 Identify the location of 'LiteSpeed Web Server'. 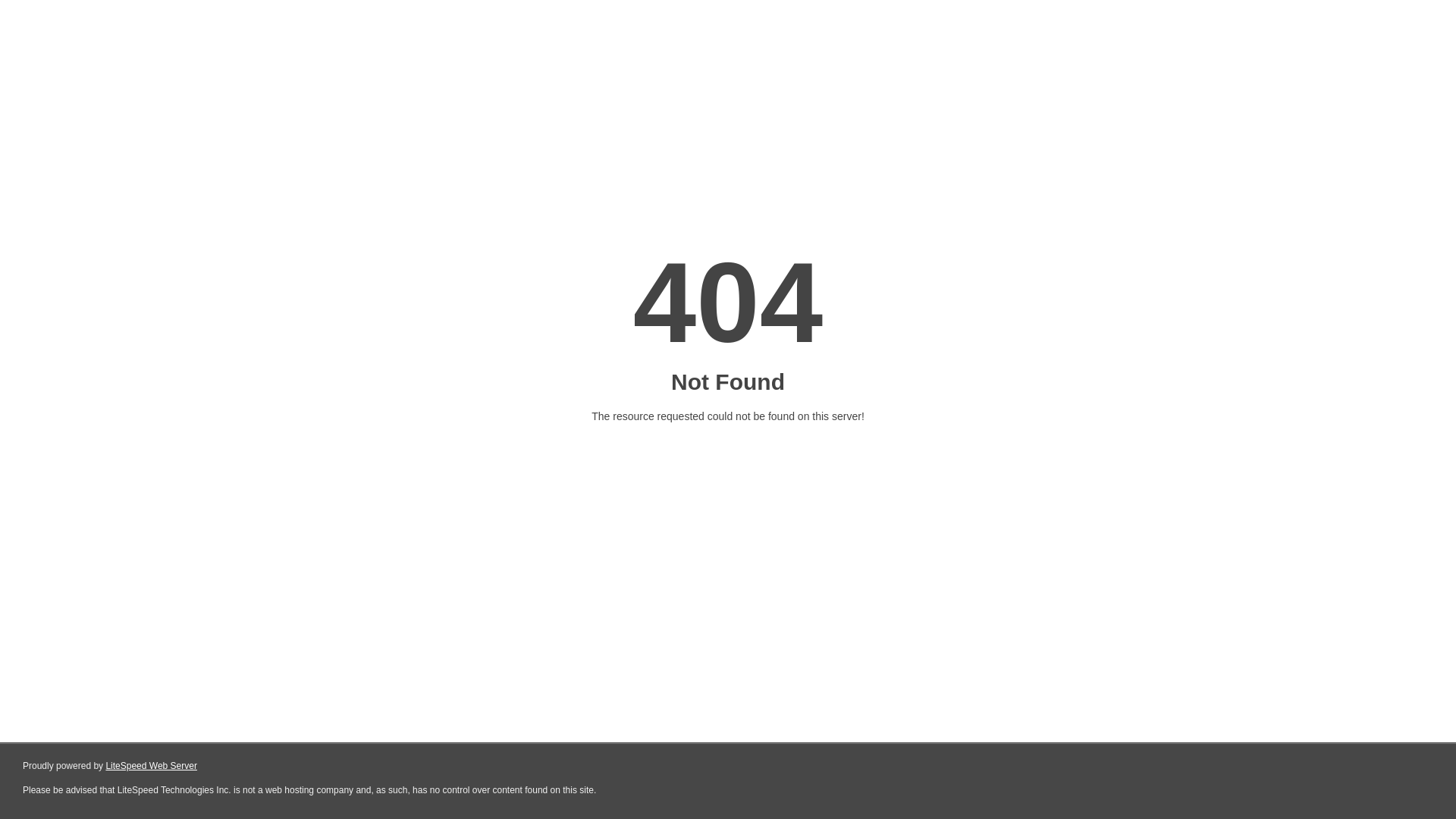
(151, 766).